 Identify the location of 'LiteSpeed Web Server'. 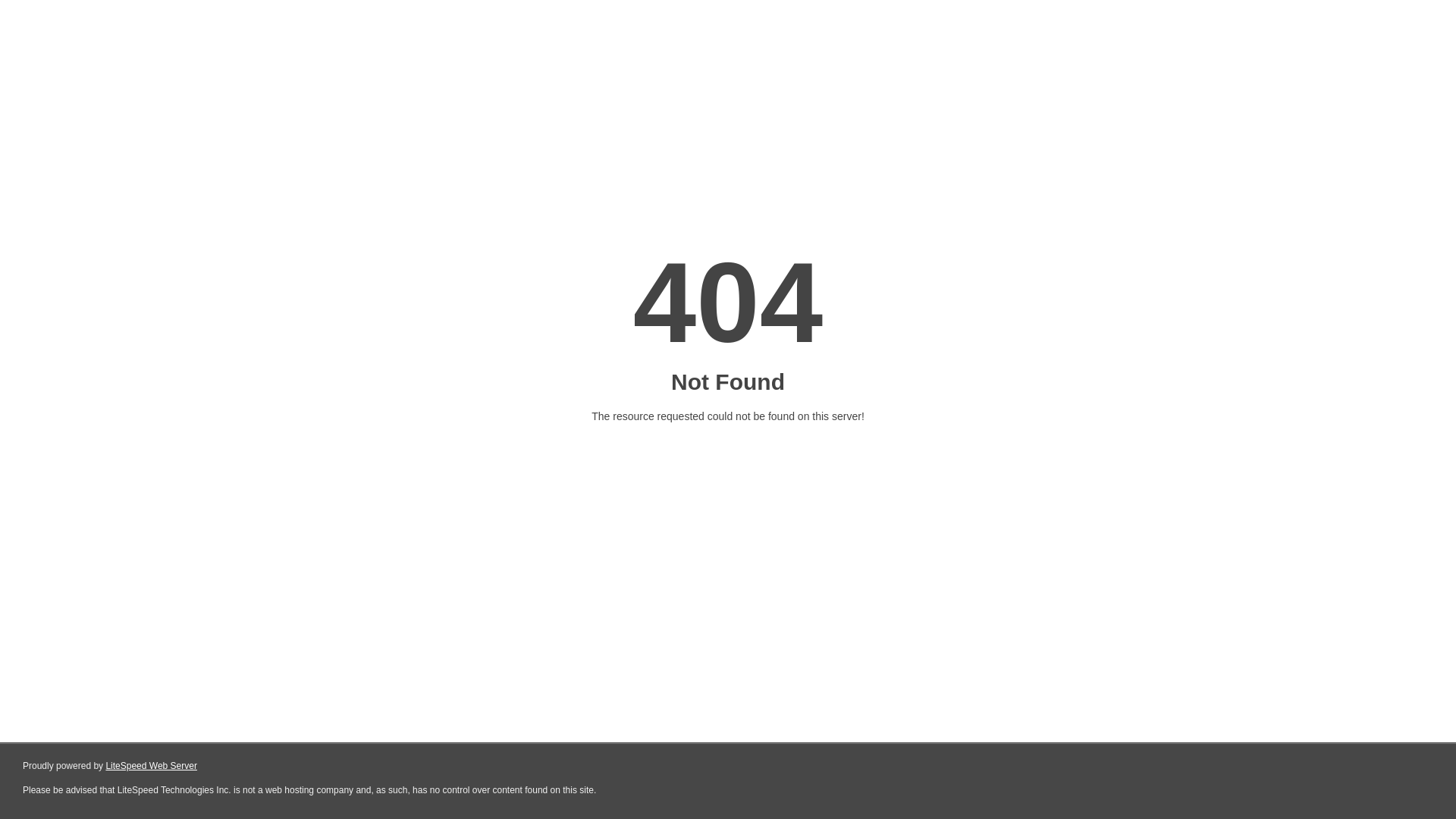
(151, 766).